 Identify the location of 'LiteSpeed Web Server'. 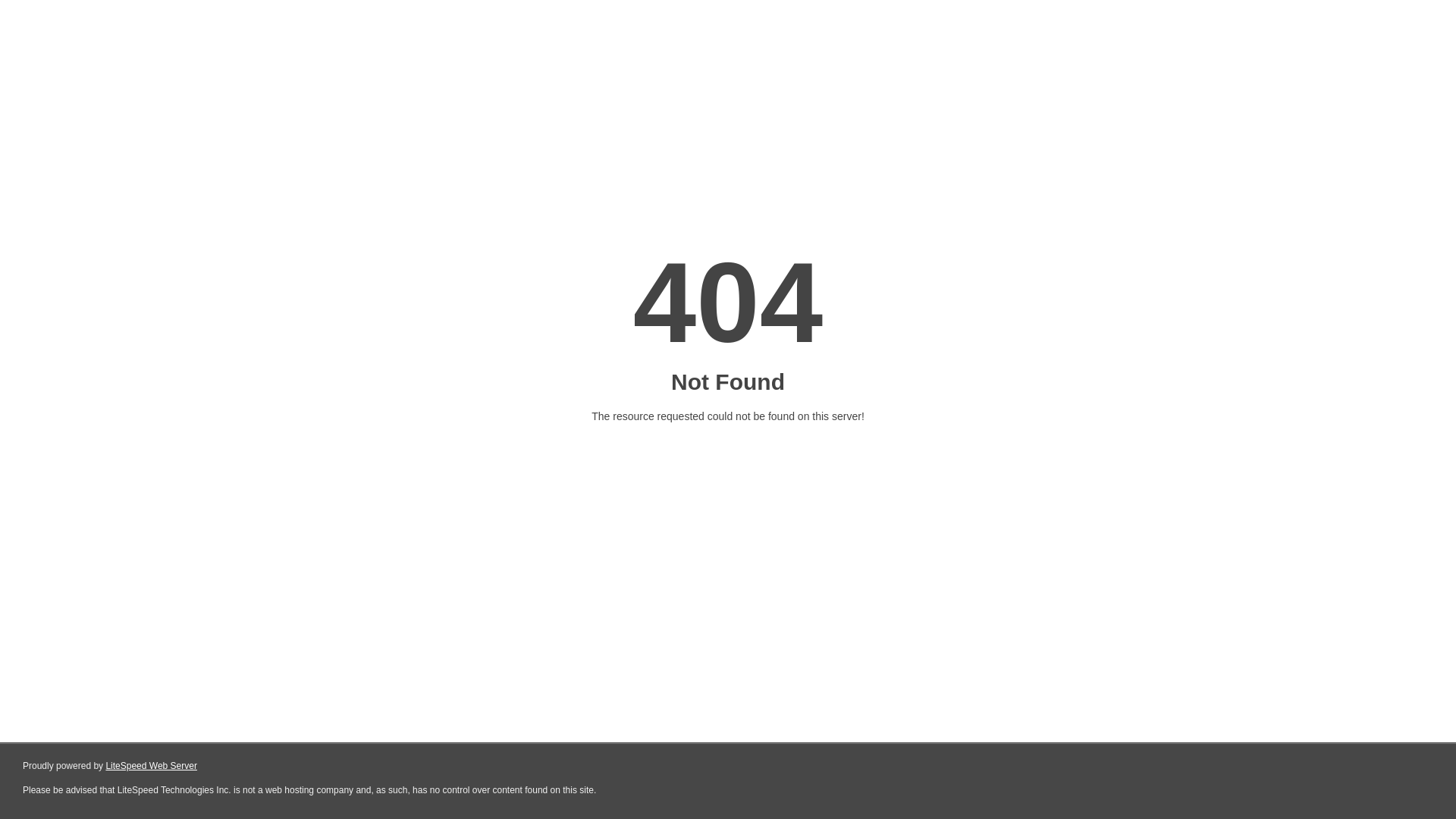
(151, 766).